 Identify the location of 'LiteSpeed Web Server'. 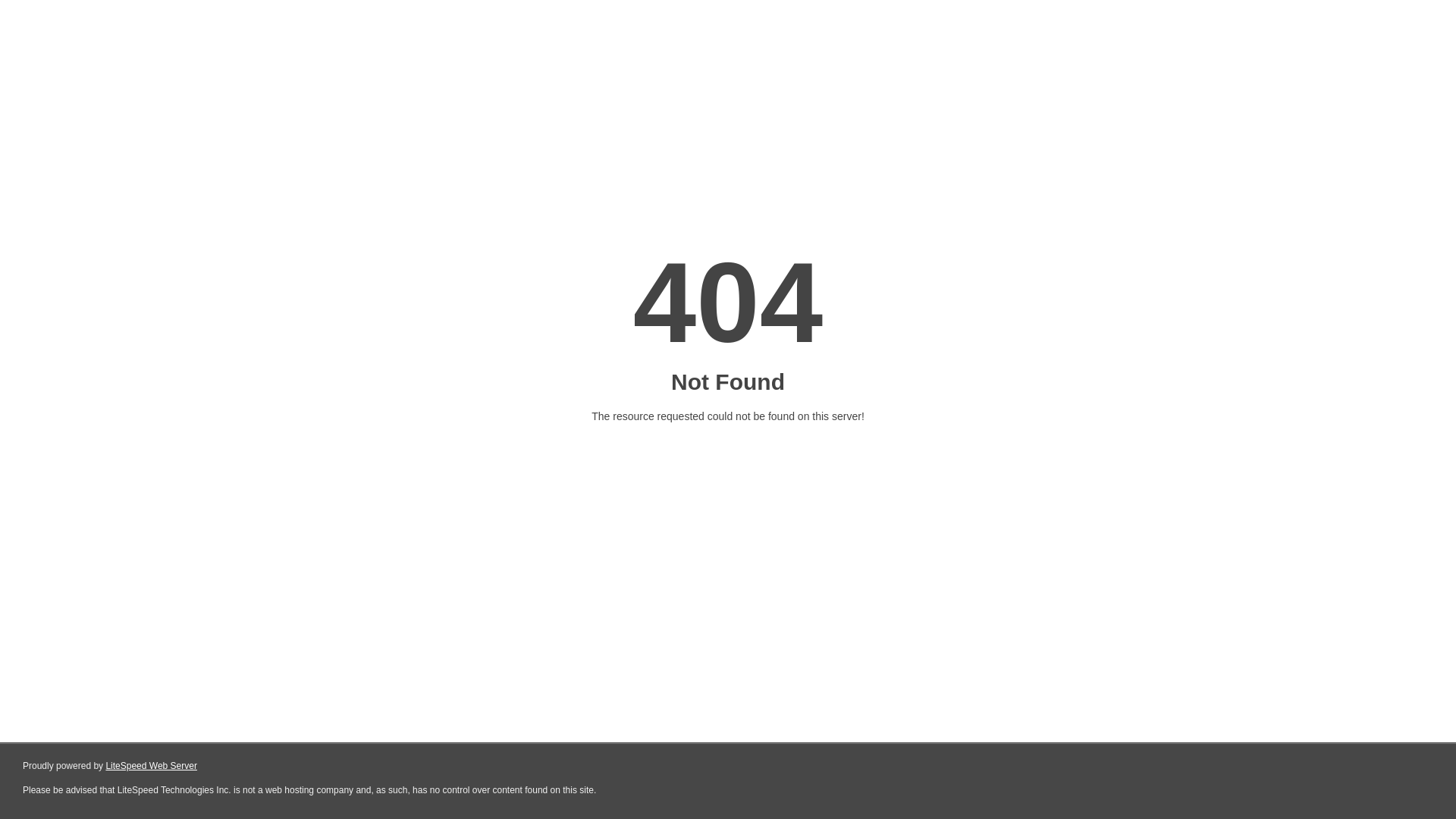
(151, 766).